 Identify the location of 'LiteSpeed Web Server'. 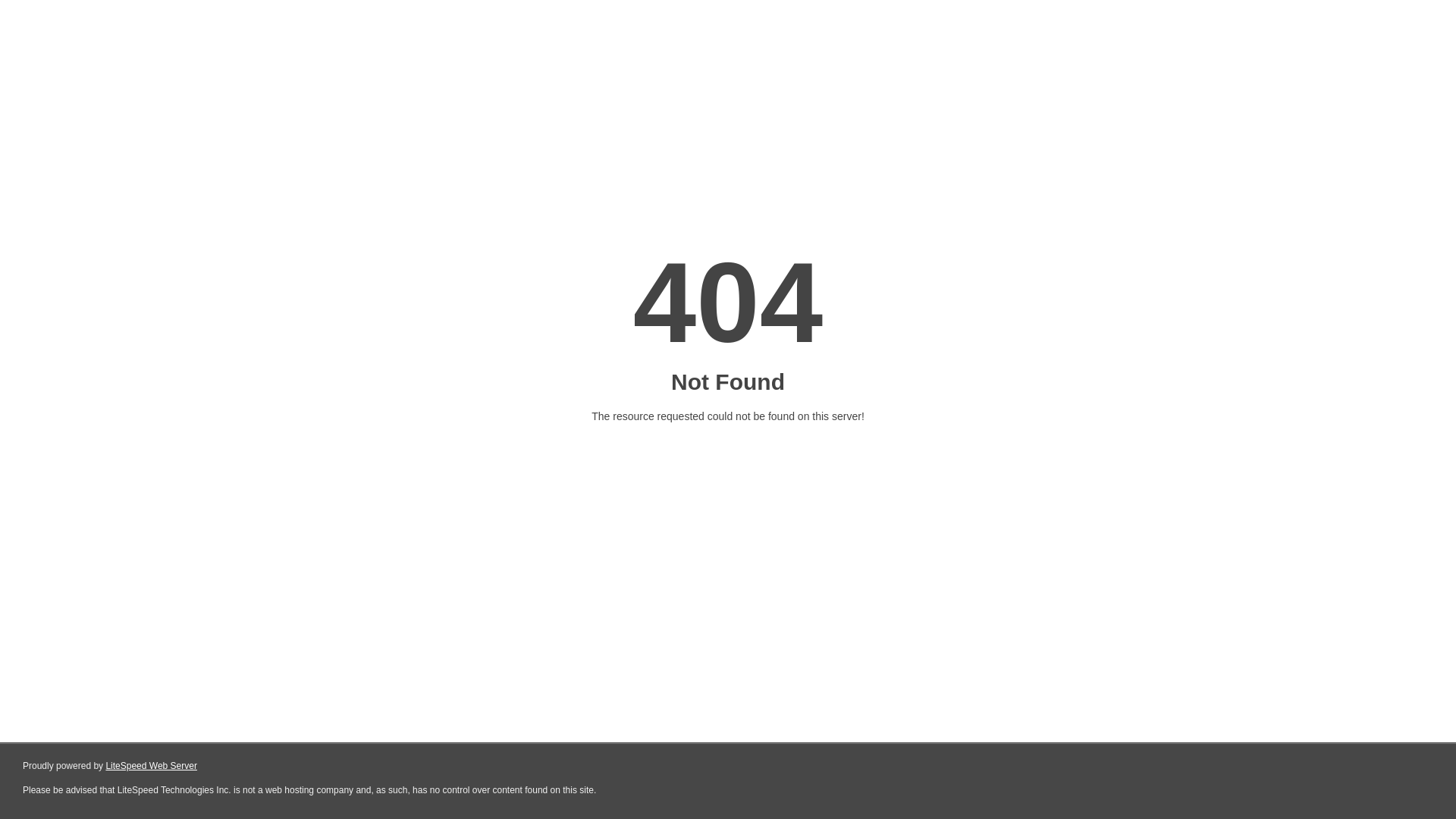
(151, 766).